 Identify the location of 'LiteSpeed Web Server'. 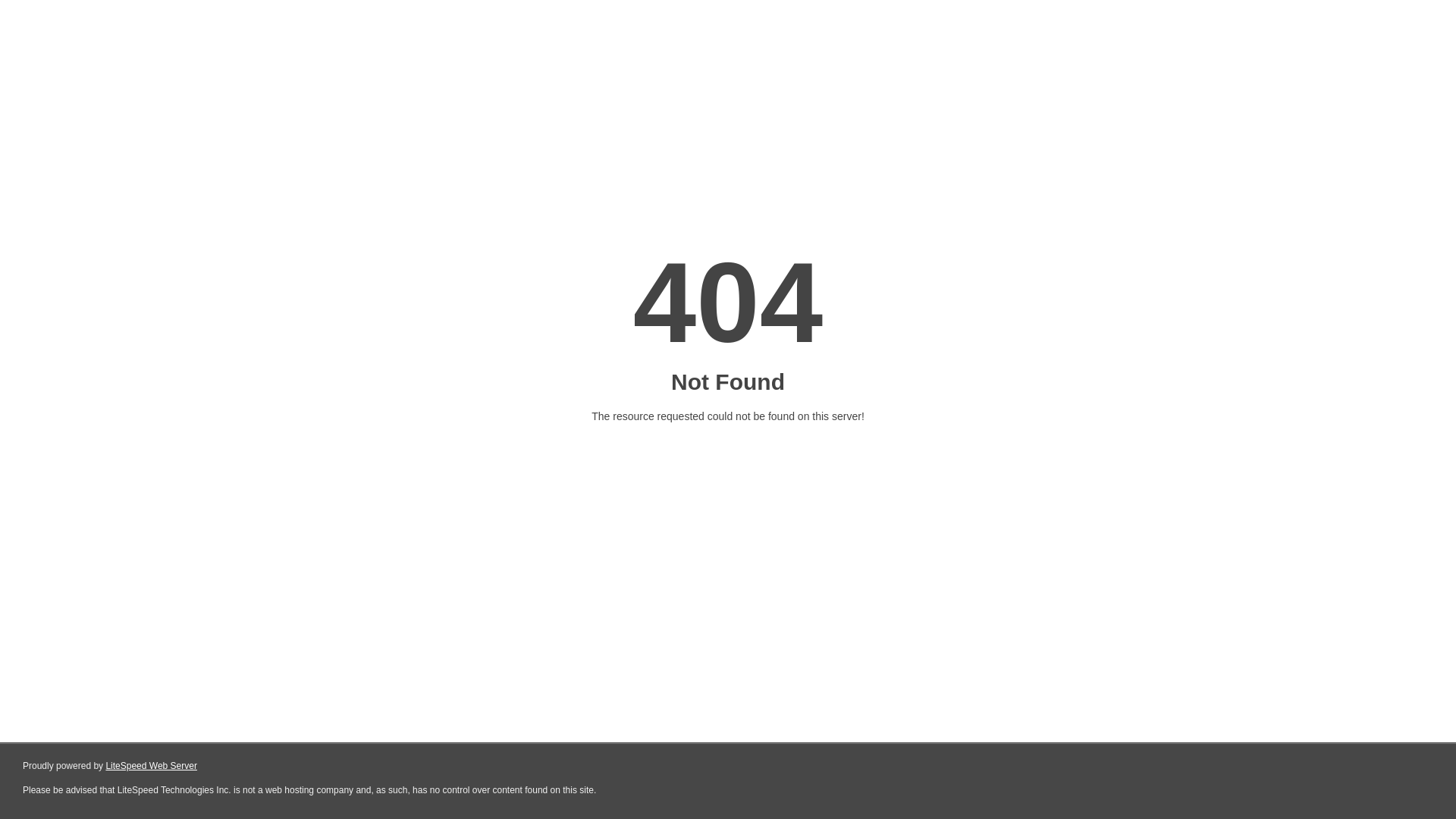
(151, 766).